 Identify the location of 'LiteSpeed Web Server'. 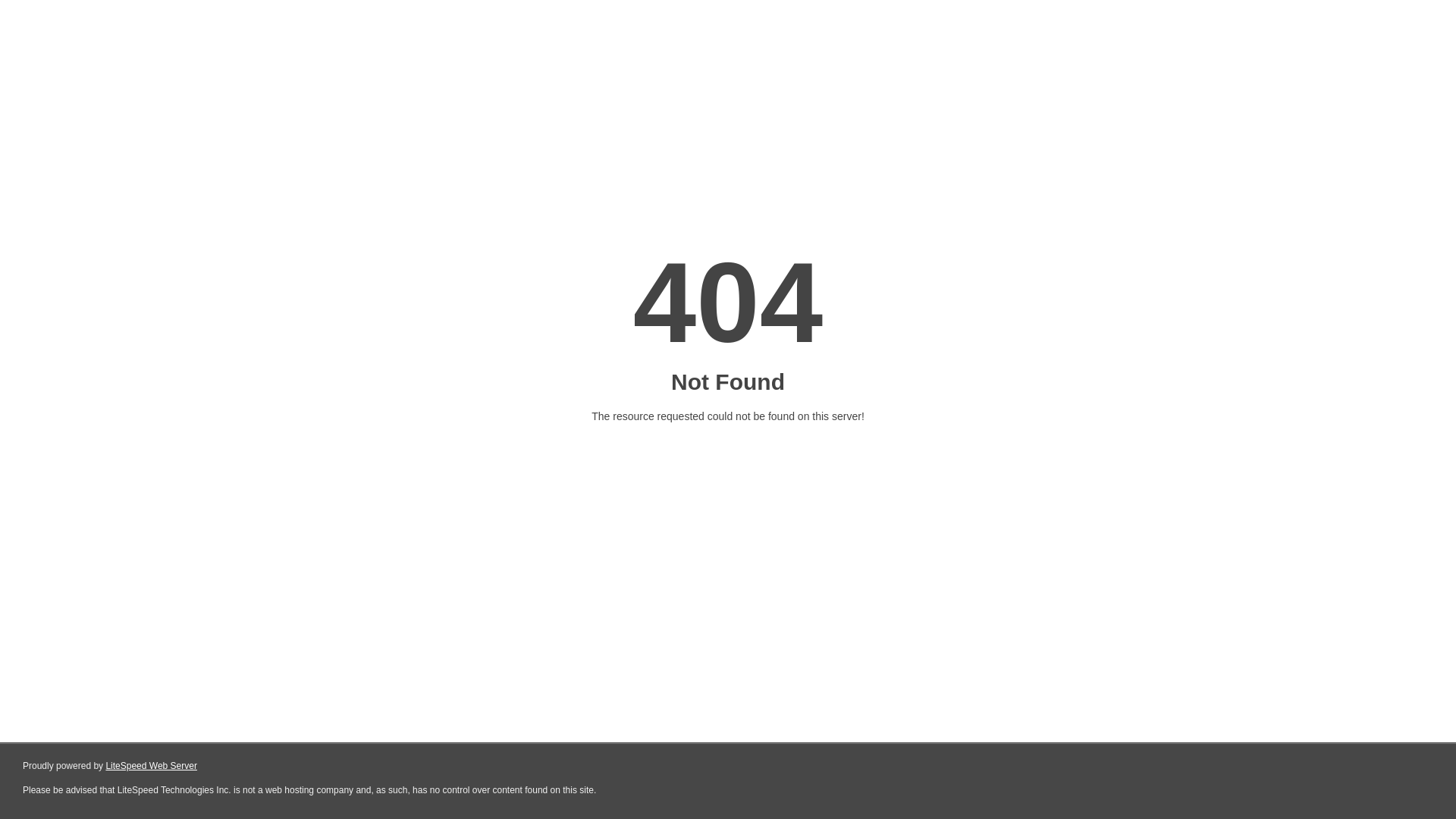
(151, 766).